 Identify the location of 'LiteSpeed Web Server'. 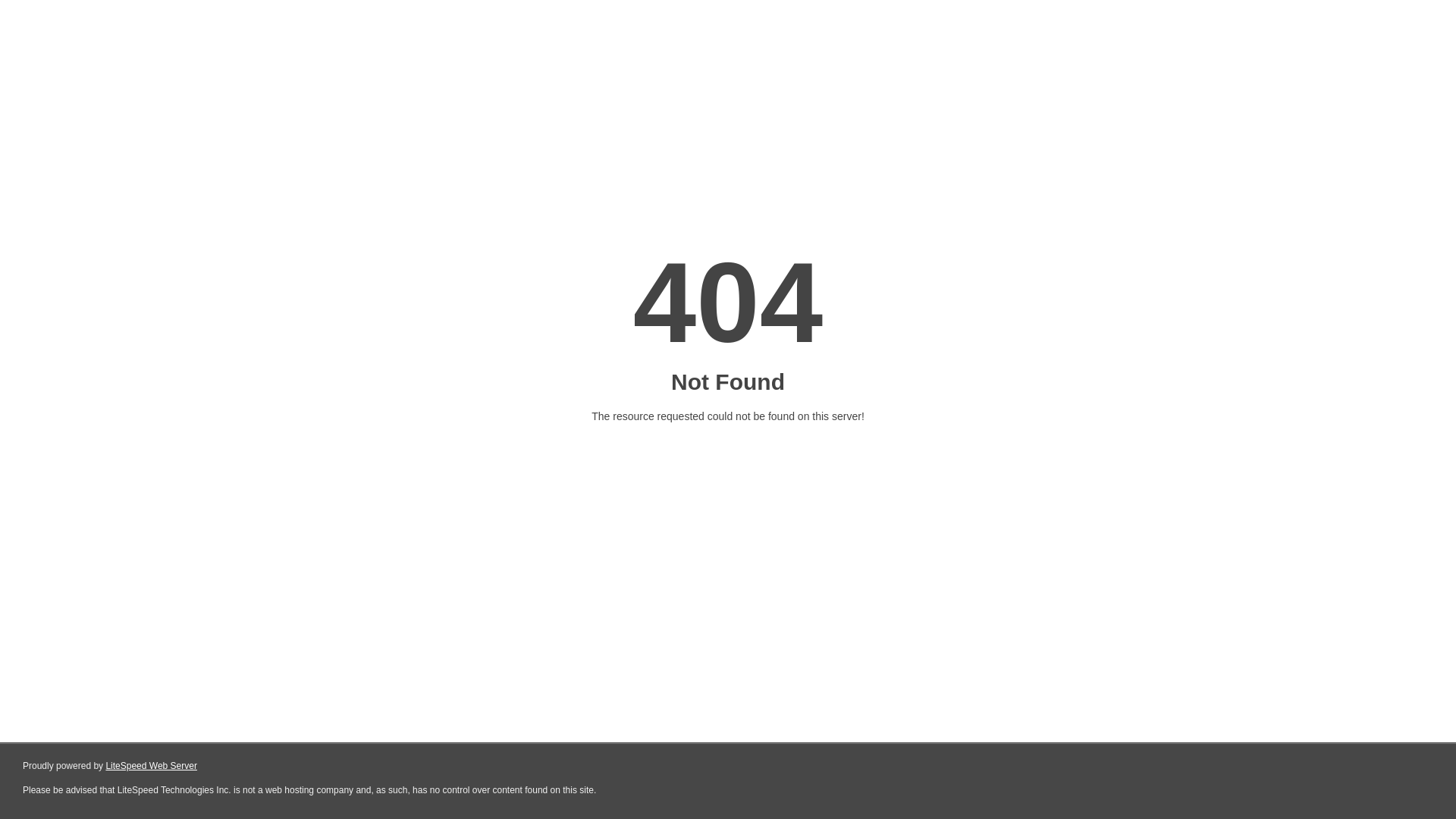
(151, 766).